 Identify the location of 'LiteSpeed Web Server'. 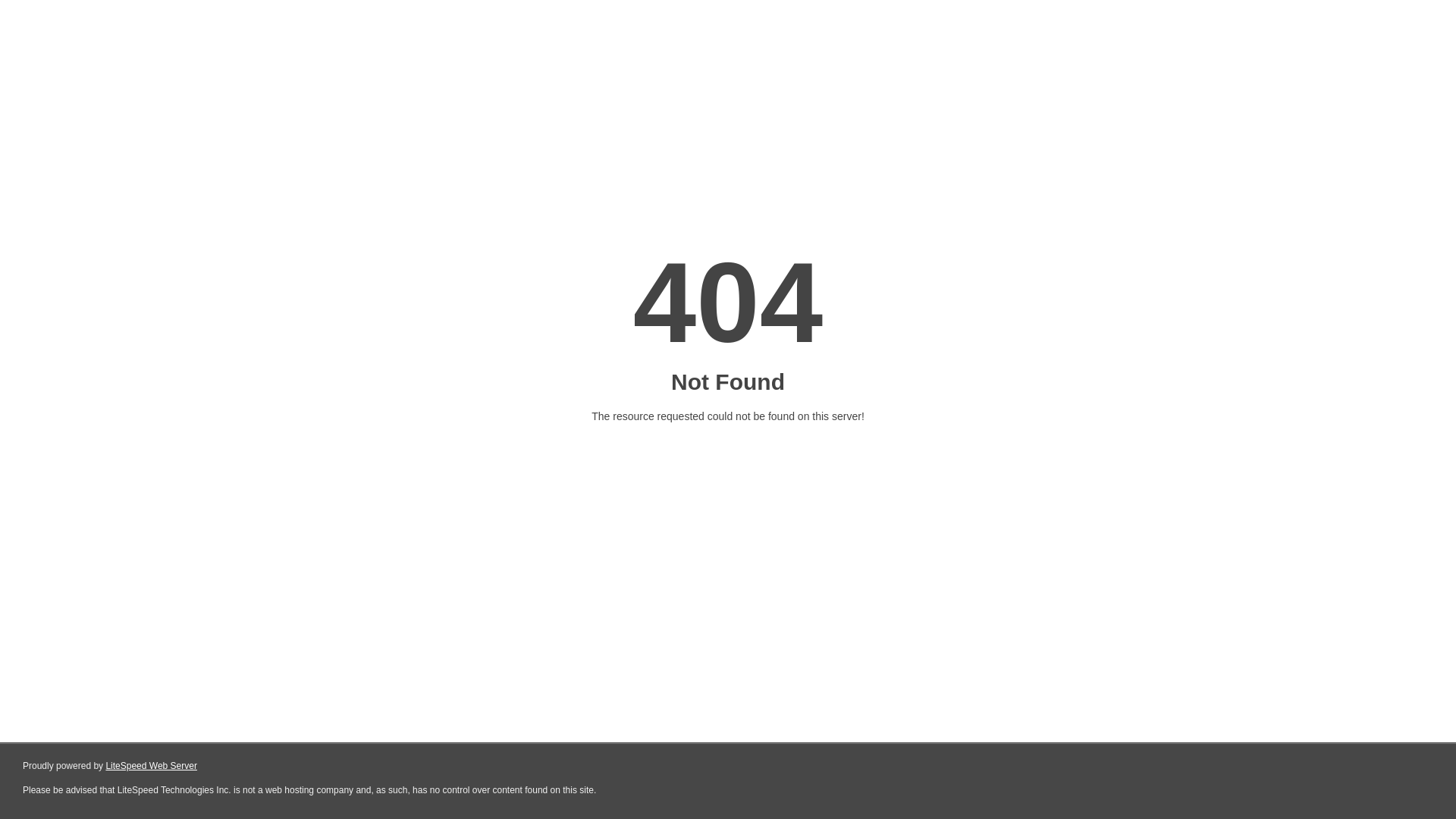
(151, 766).